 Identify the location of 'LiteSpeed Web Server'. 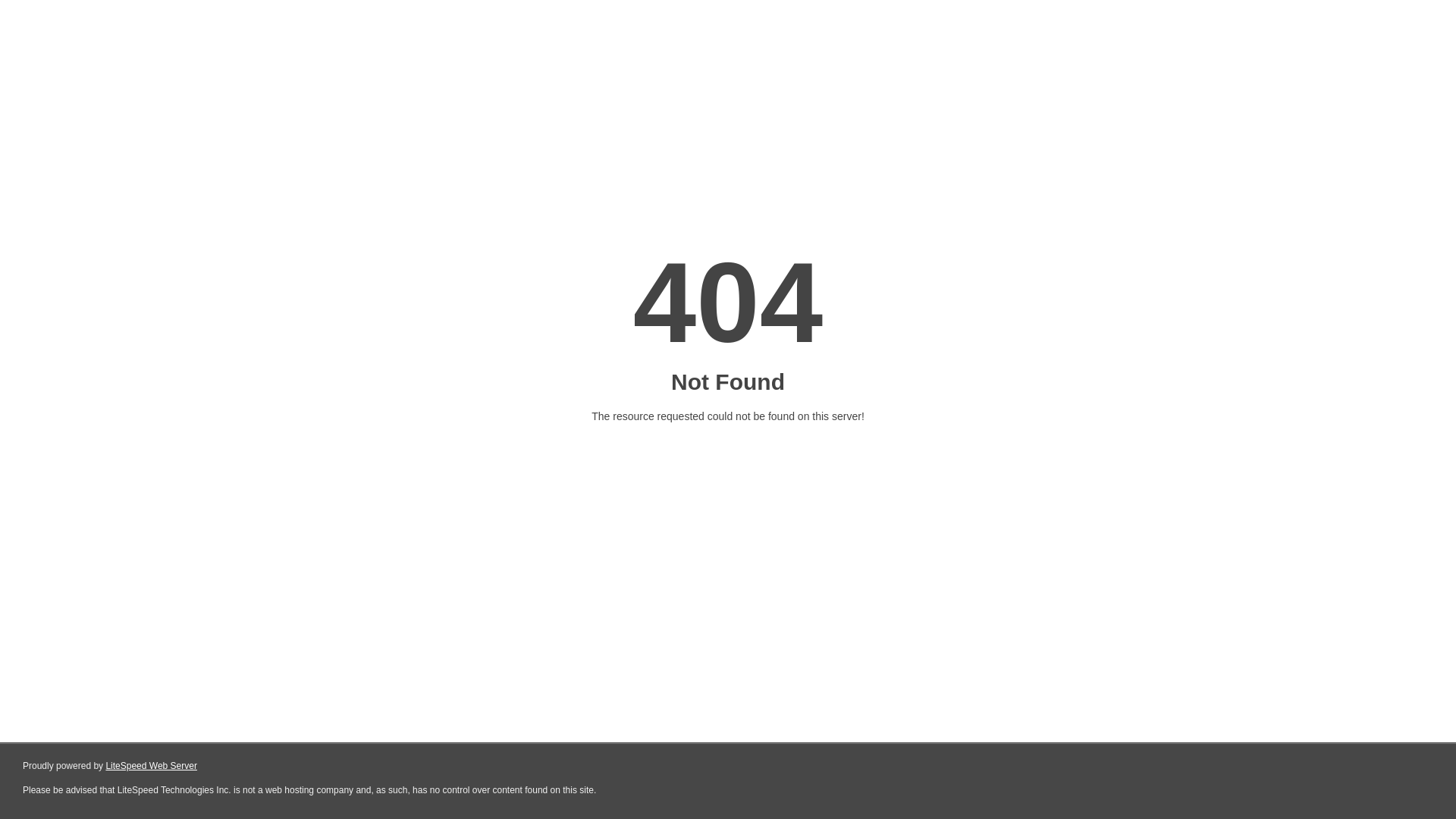
(151, 766).